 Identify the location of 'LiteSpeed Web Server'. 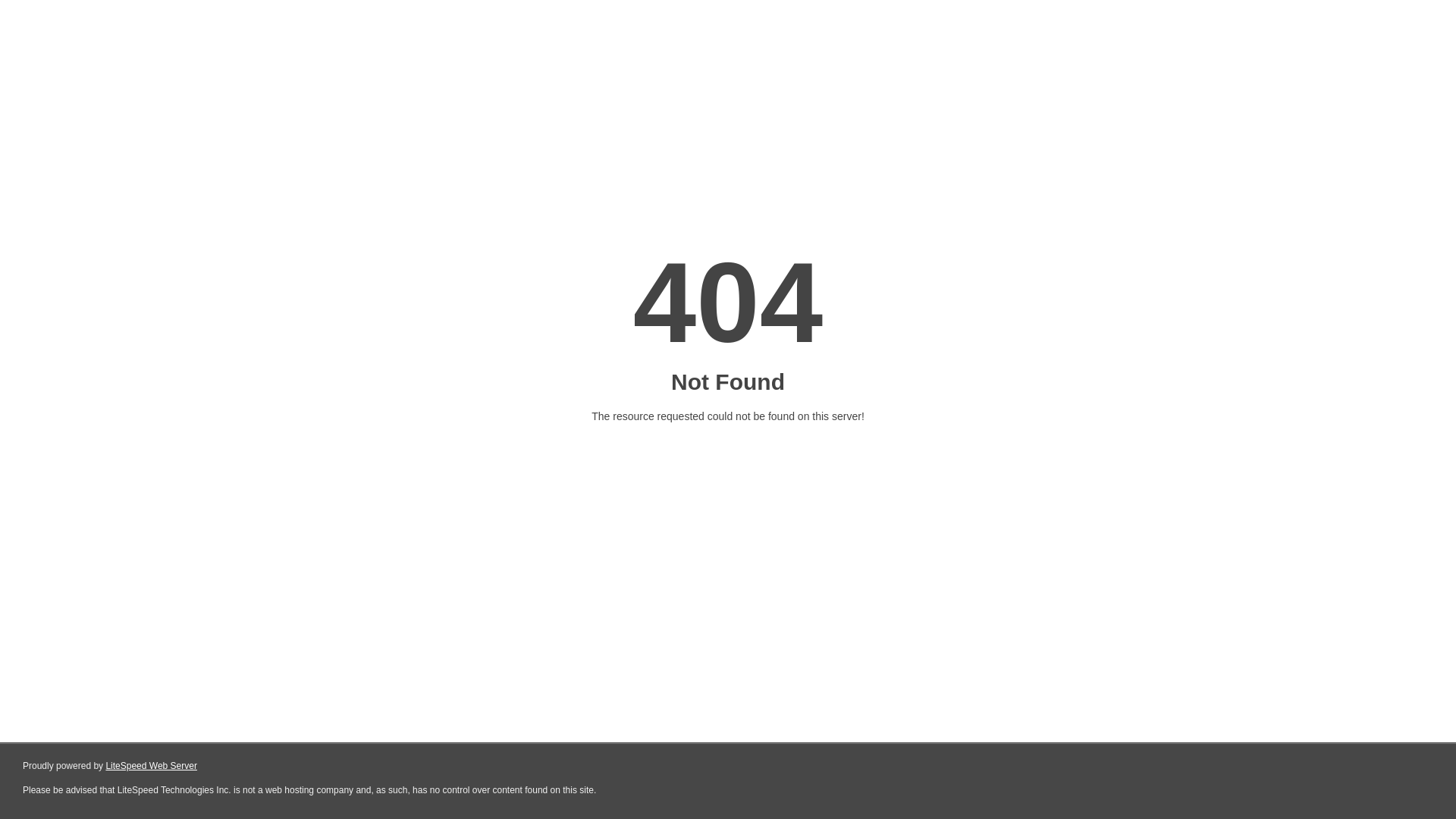
(151, 766).